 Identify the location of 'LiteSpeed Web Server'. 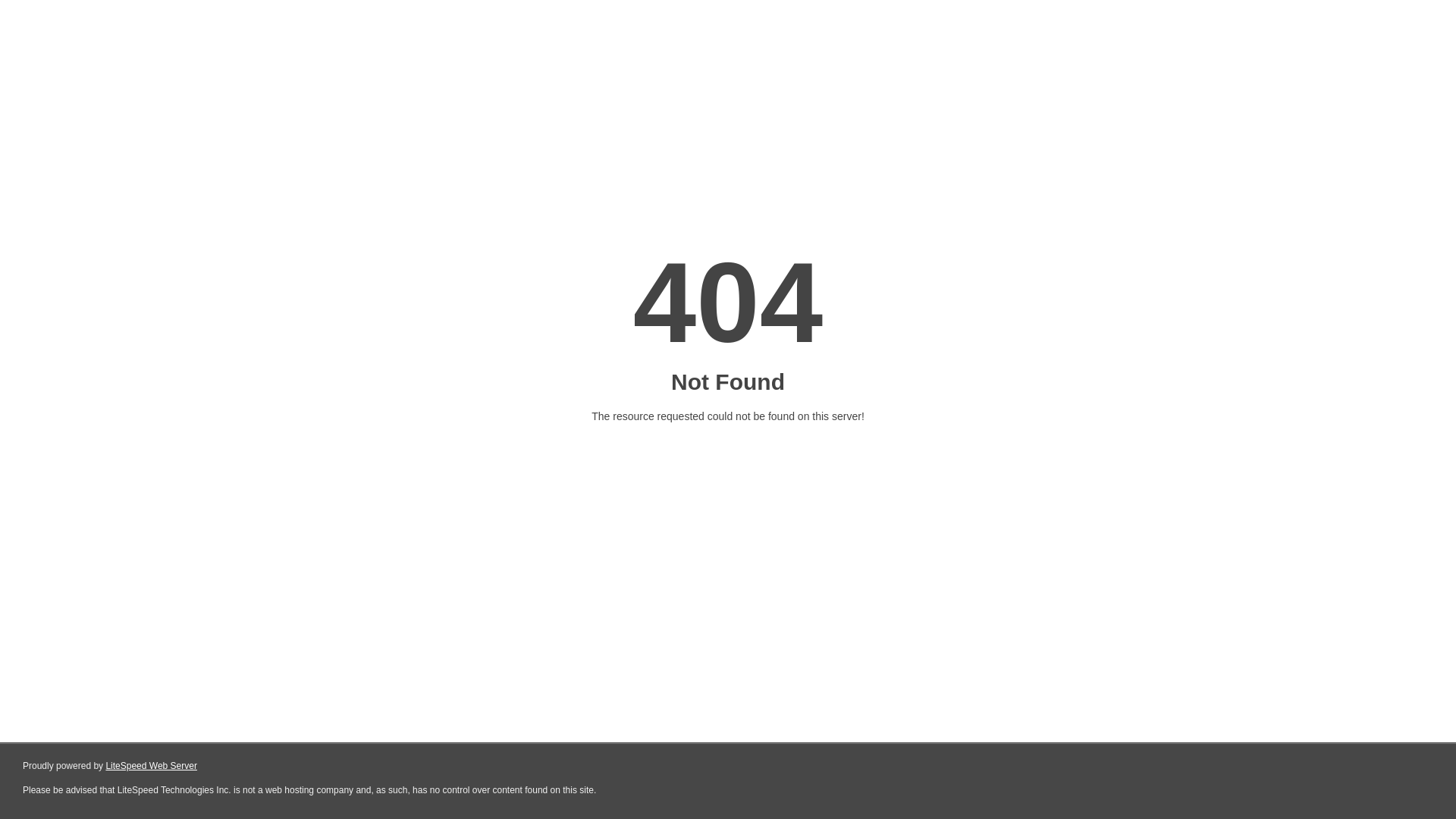
(151, 766).